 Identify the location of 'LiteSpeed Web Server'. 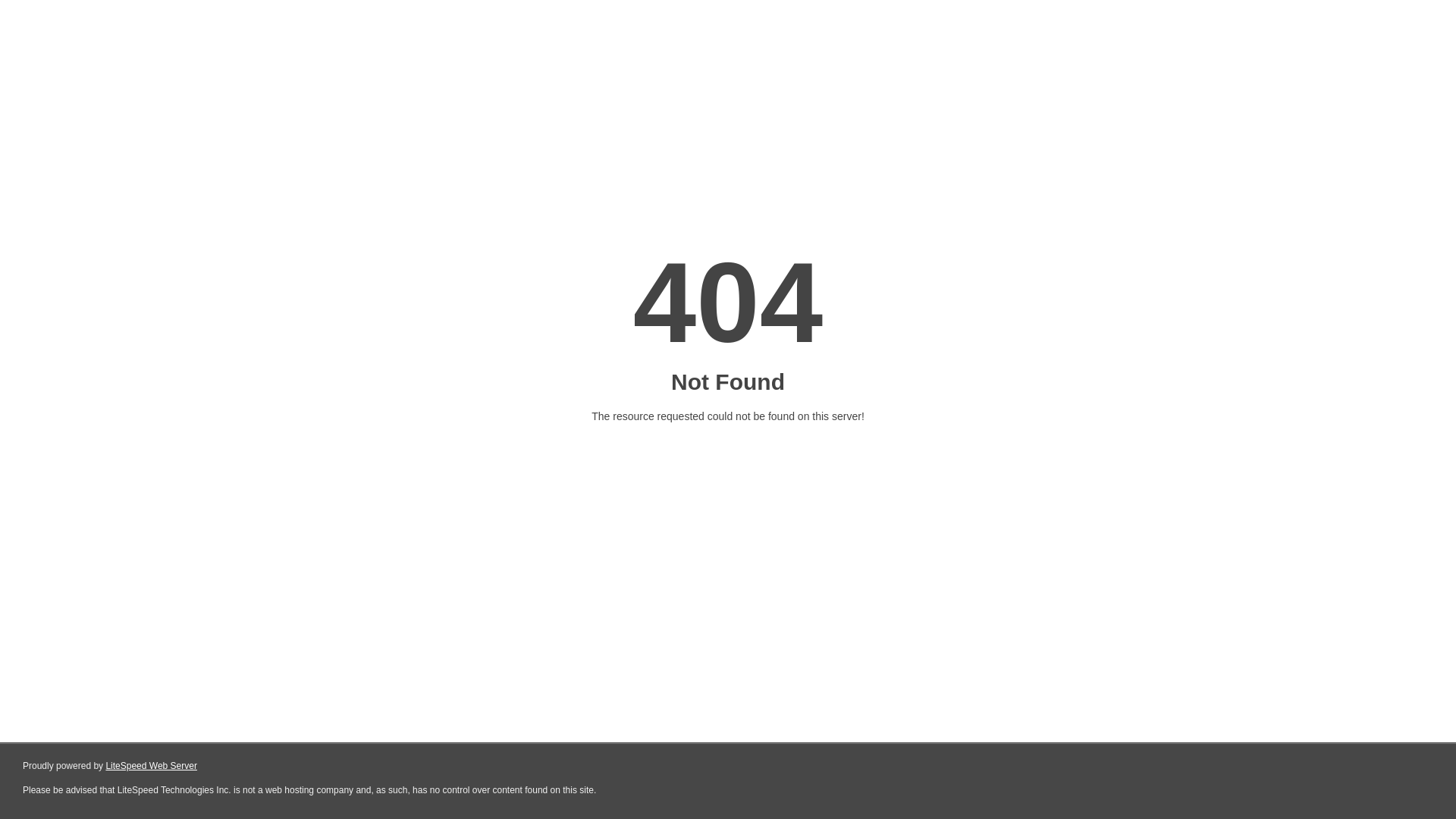
(151, 766).